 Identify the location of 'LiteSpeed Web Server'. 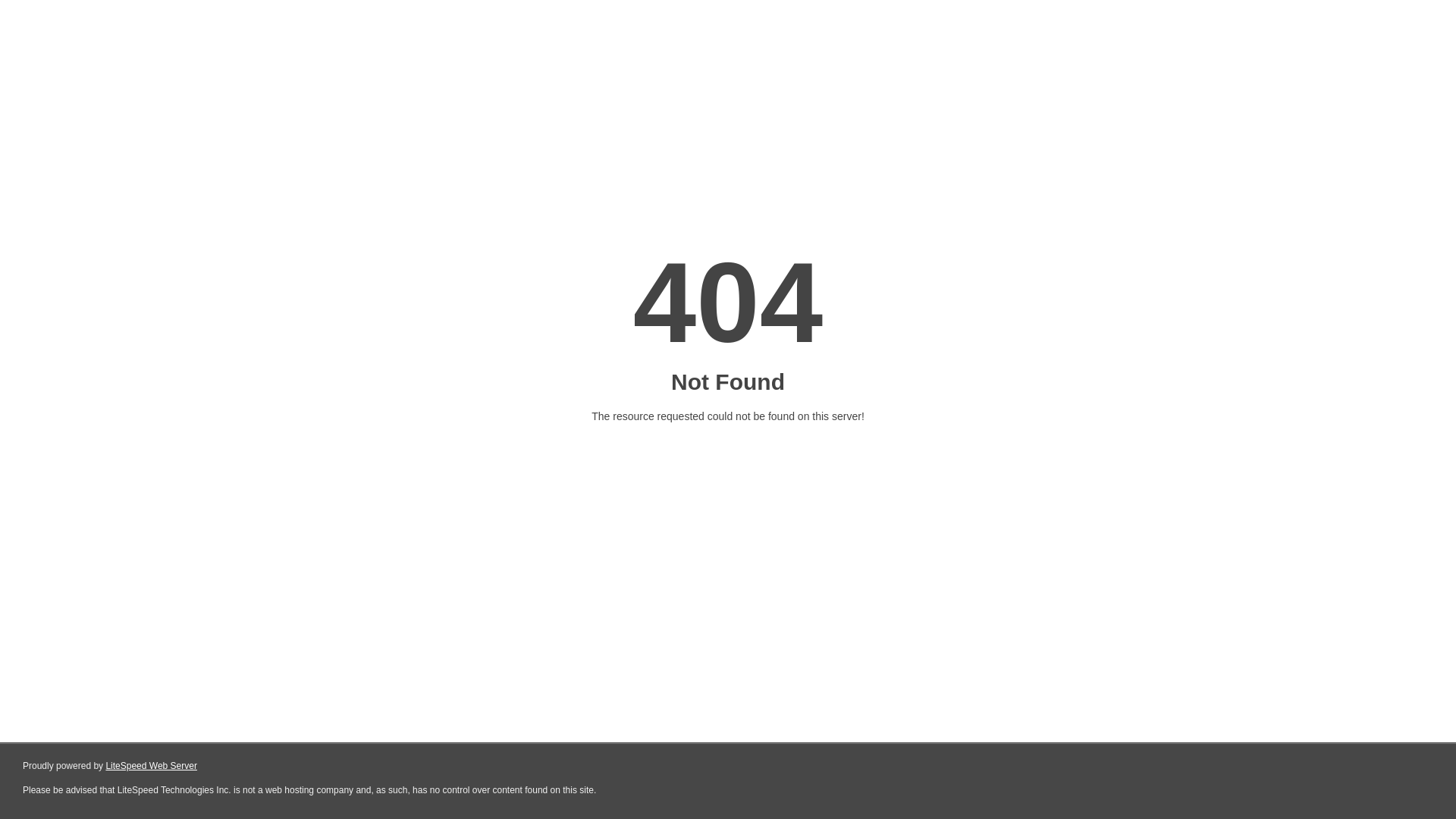
(151, 766).